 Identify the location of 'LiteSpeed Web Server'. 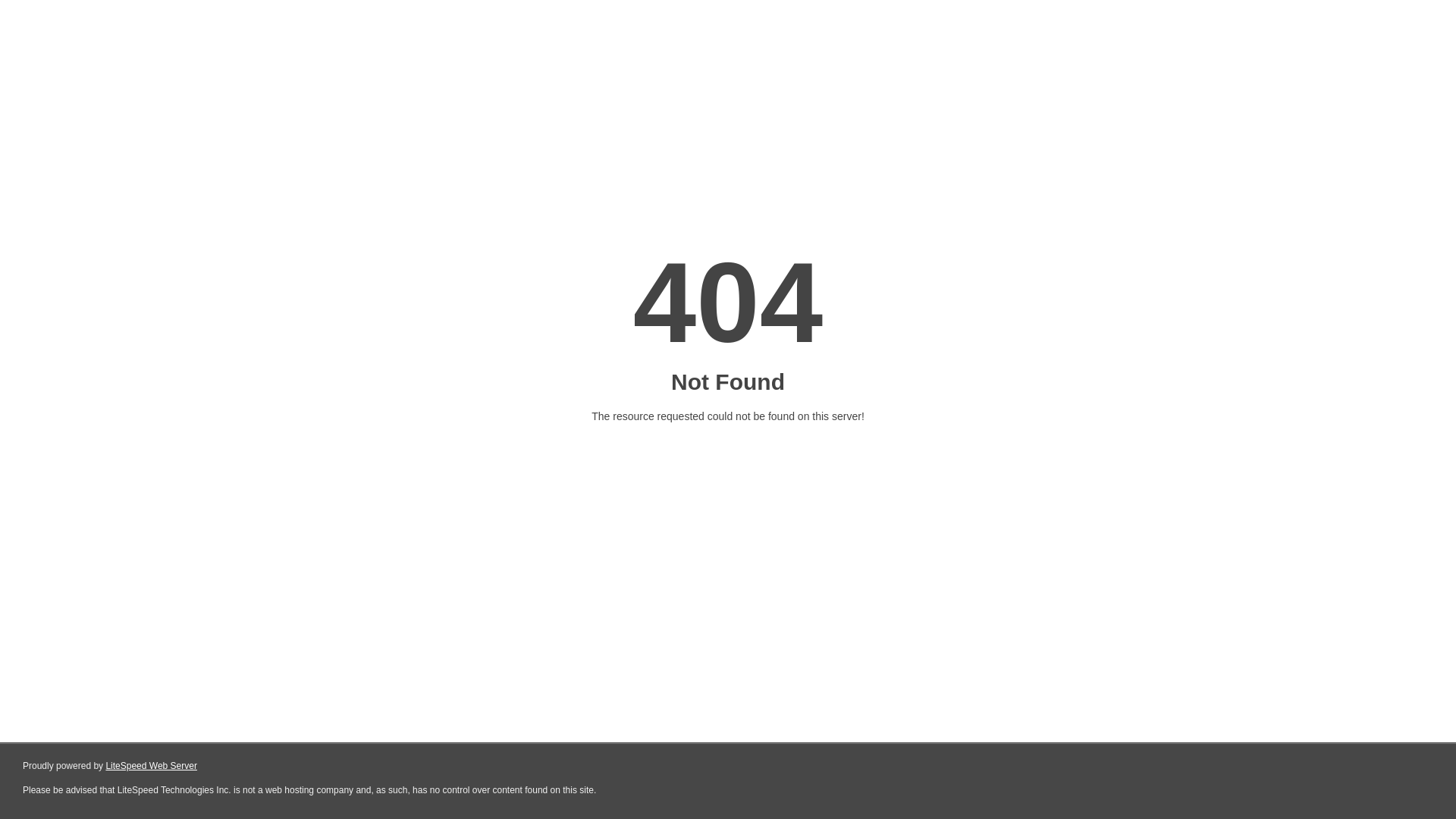
(151, 766).